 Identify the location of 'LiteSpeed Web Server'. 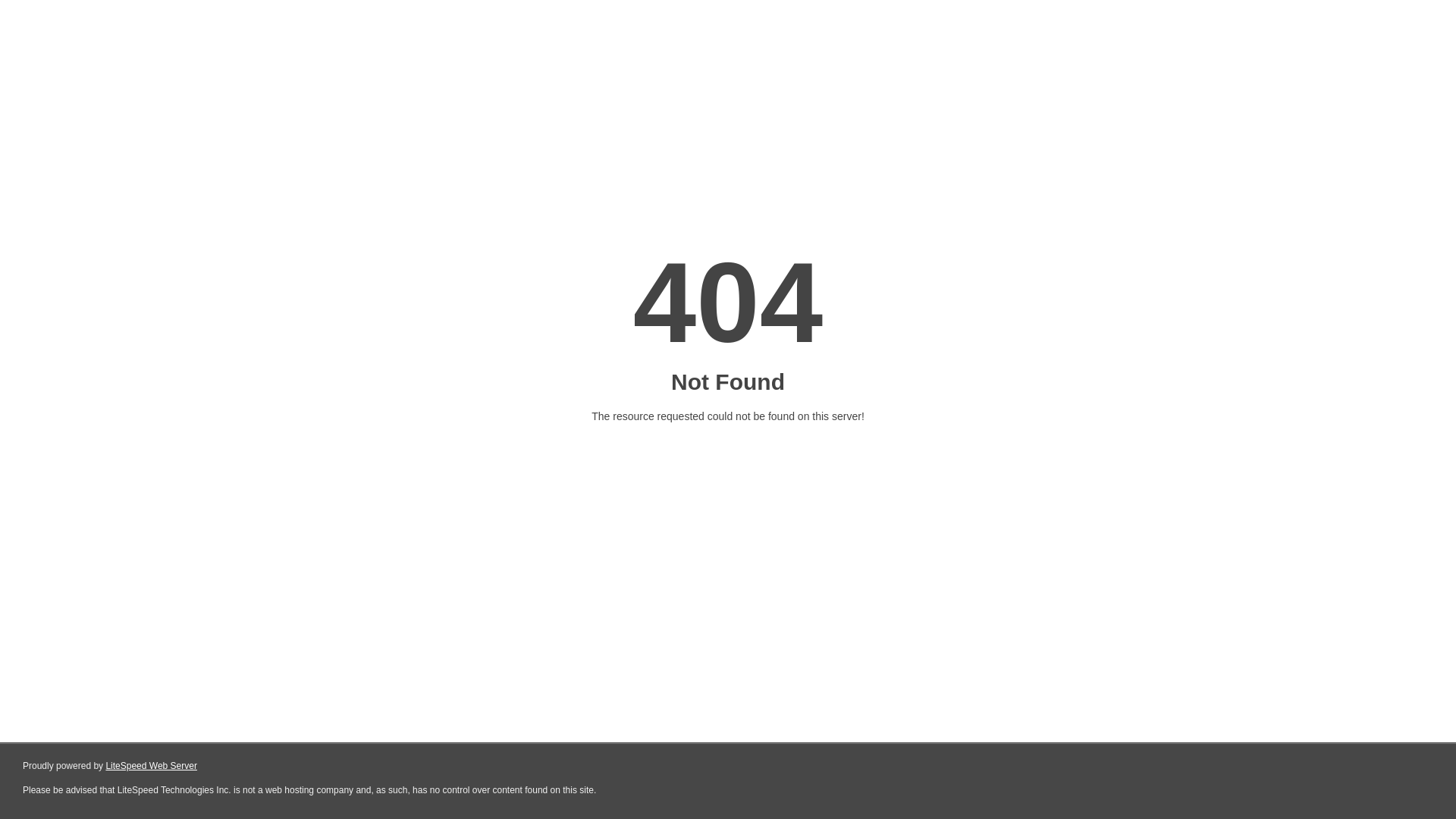
(151, 766).